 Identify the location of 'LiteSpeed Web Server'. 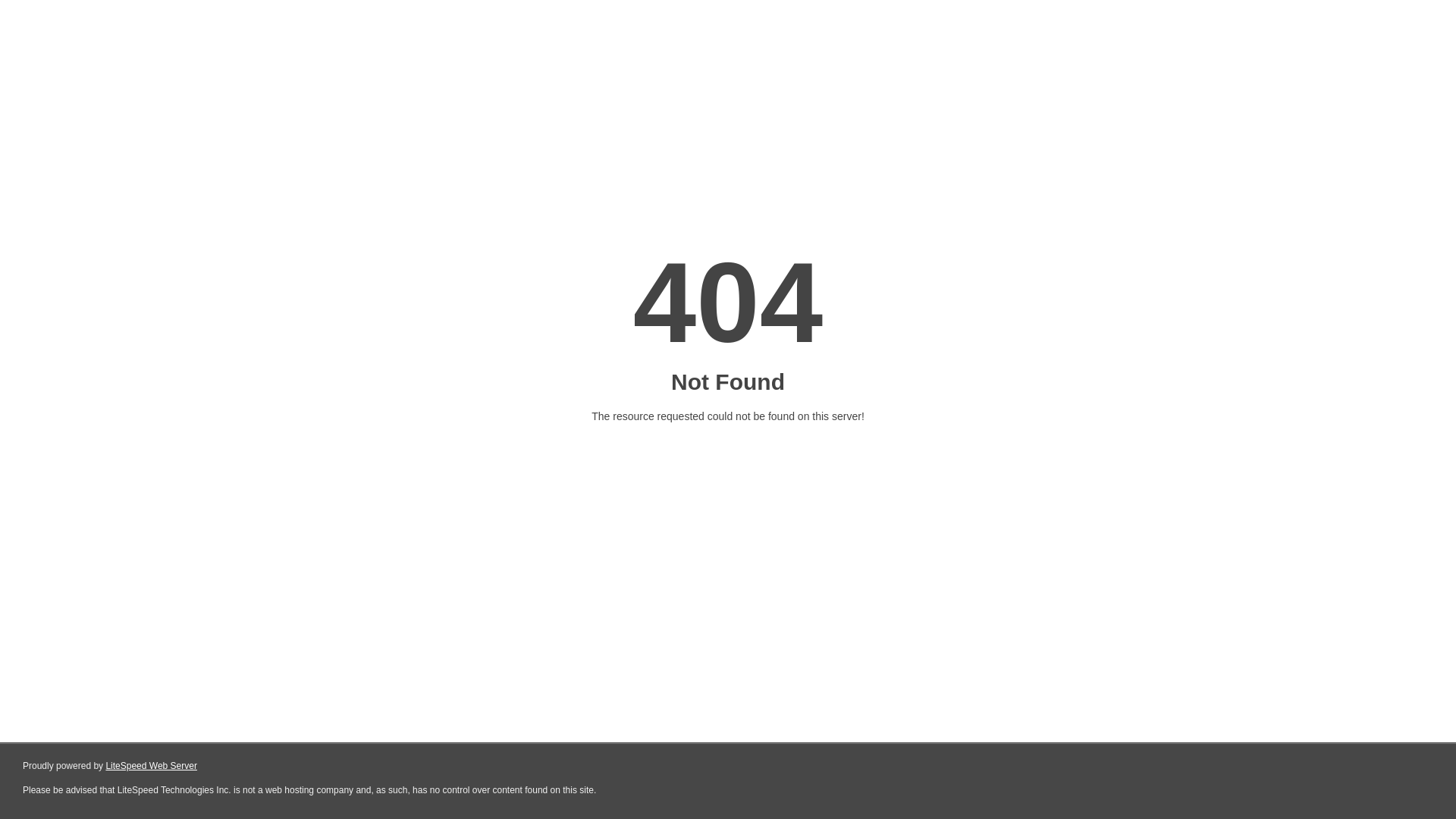
(151, 766).